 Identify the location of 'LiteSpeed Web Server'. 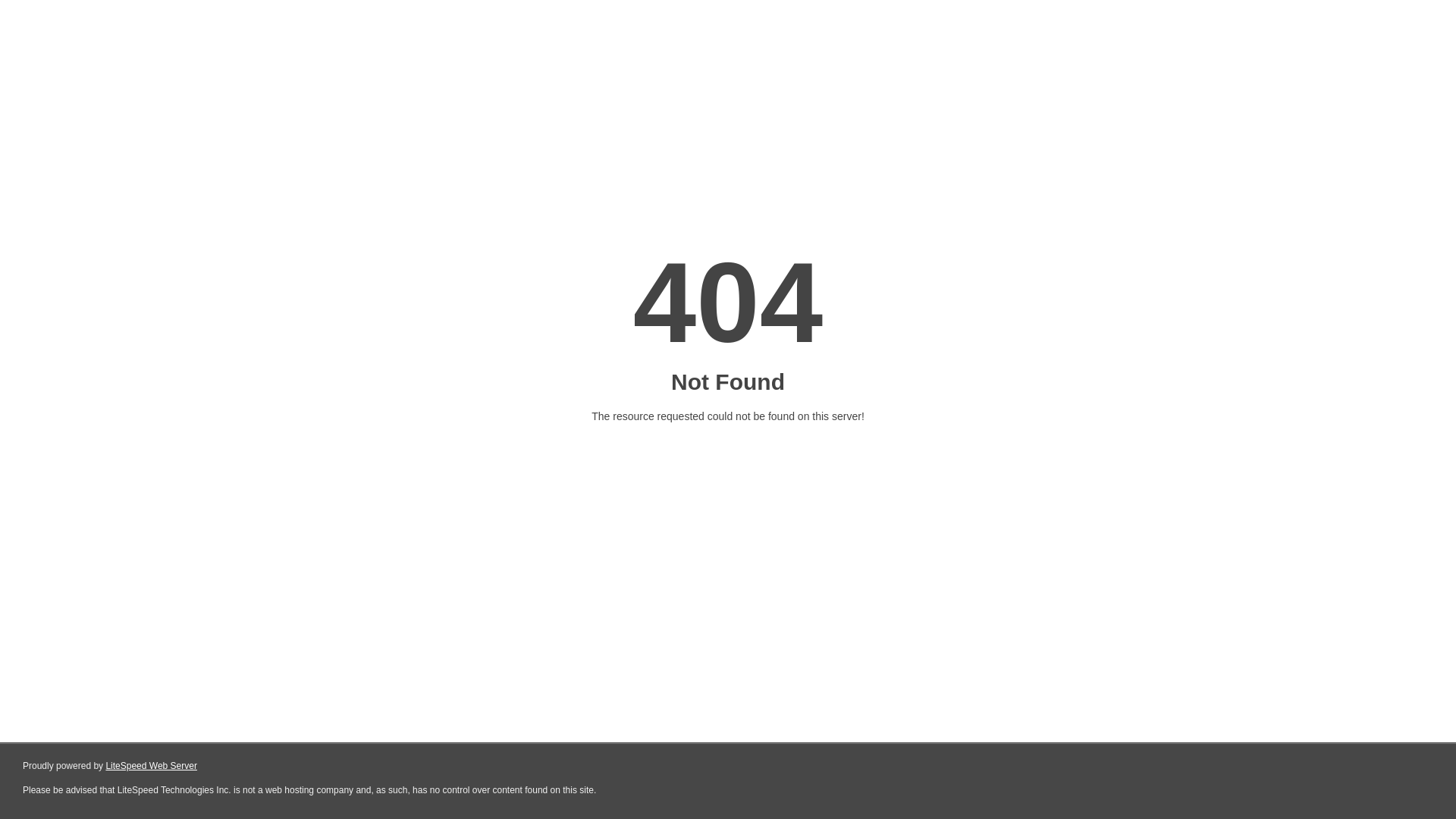
(151, 766).